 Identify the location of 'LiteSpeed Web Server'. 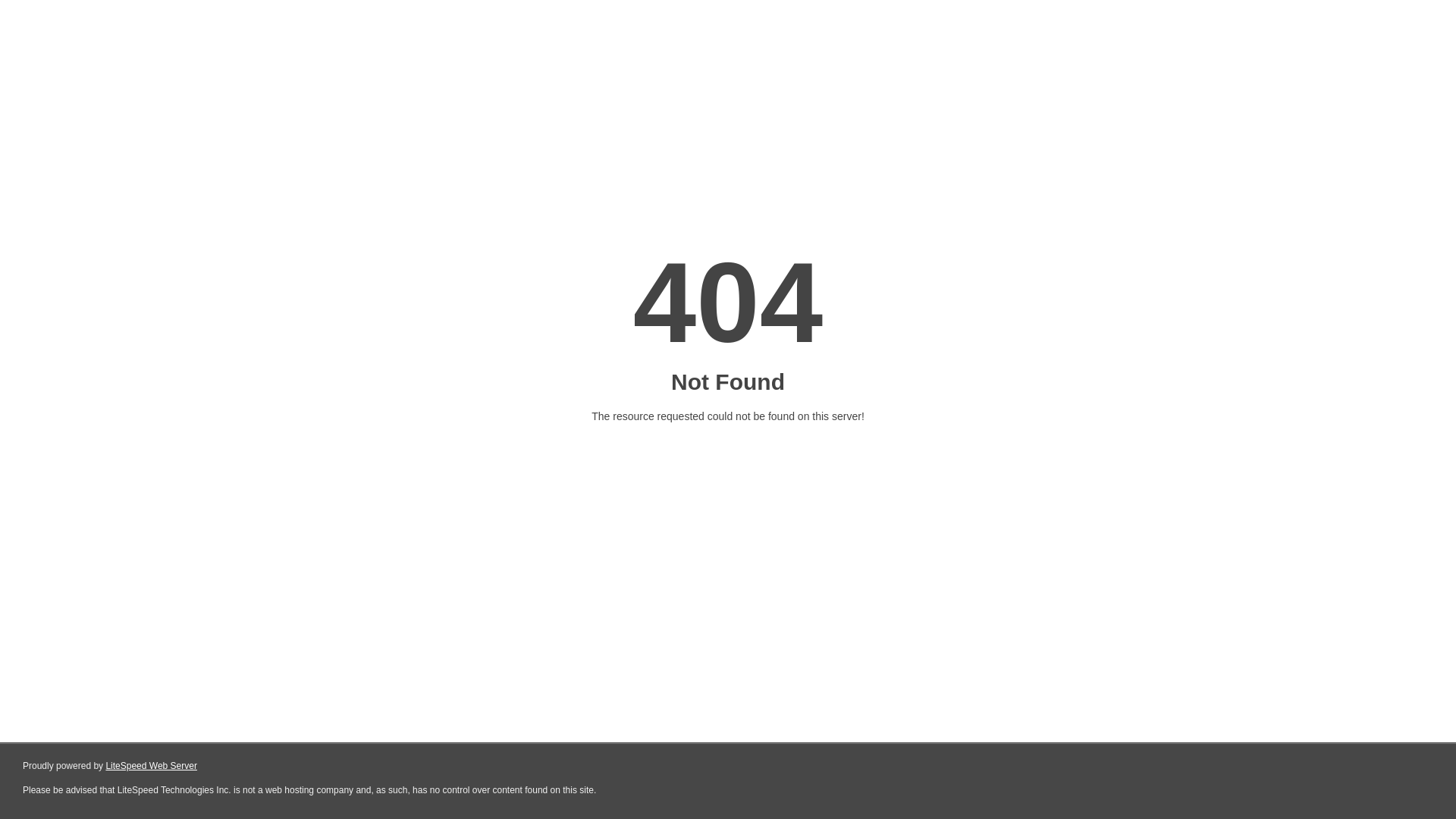
(151, 766).